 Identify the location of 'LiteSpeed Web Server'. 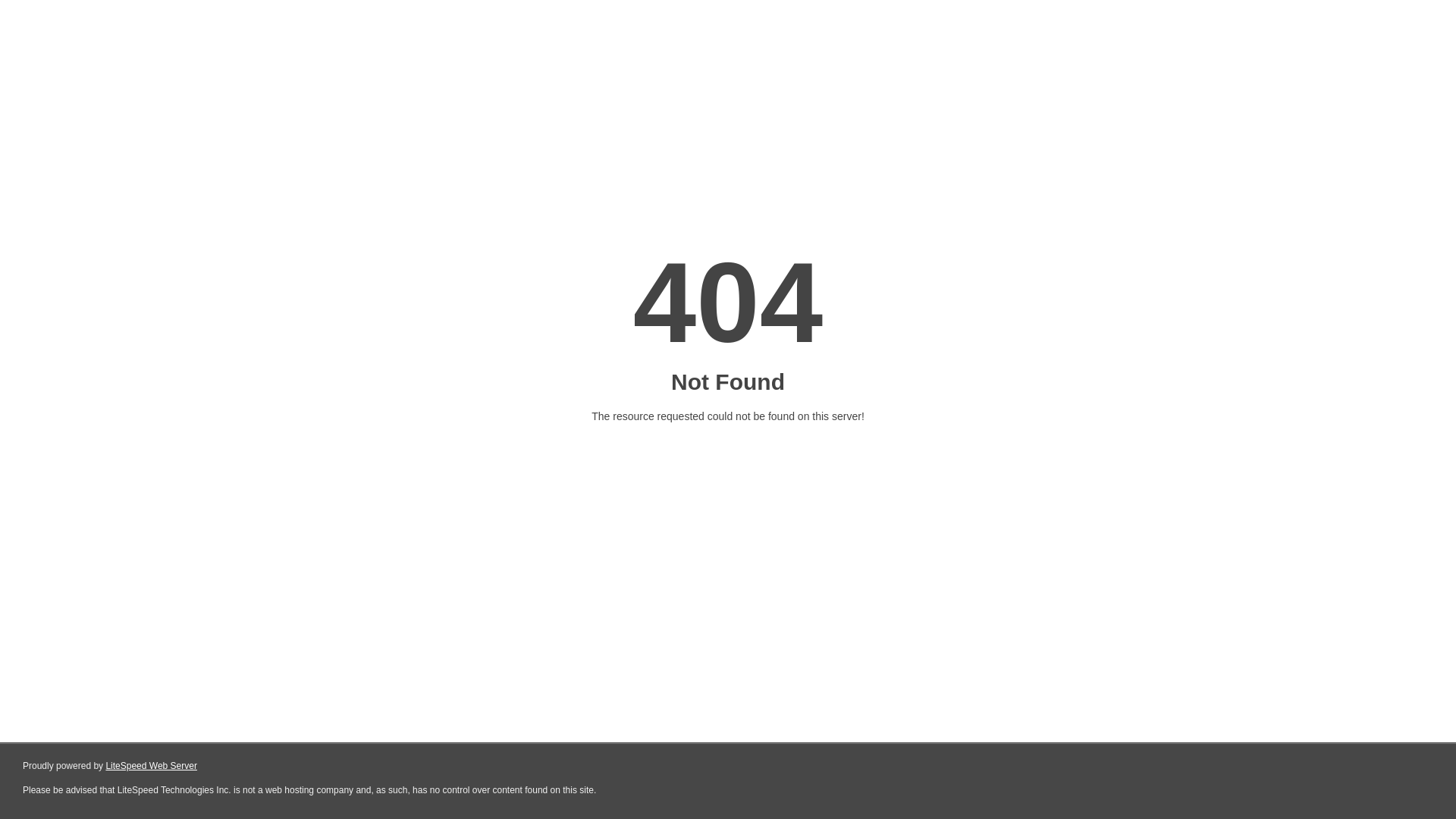
(151, 766).